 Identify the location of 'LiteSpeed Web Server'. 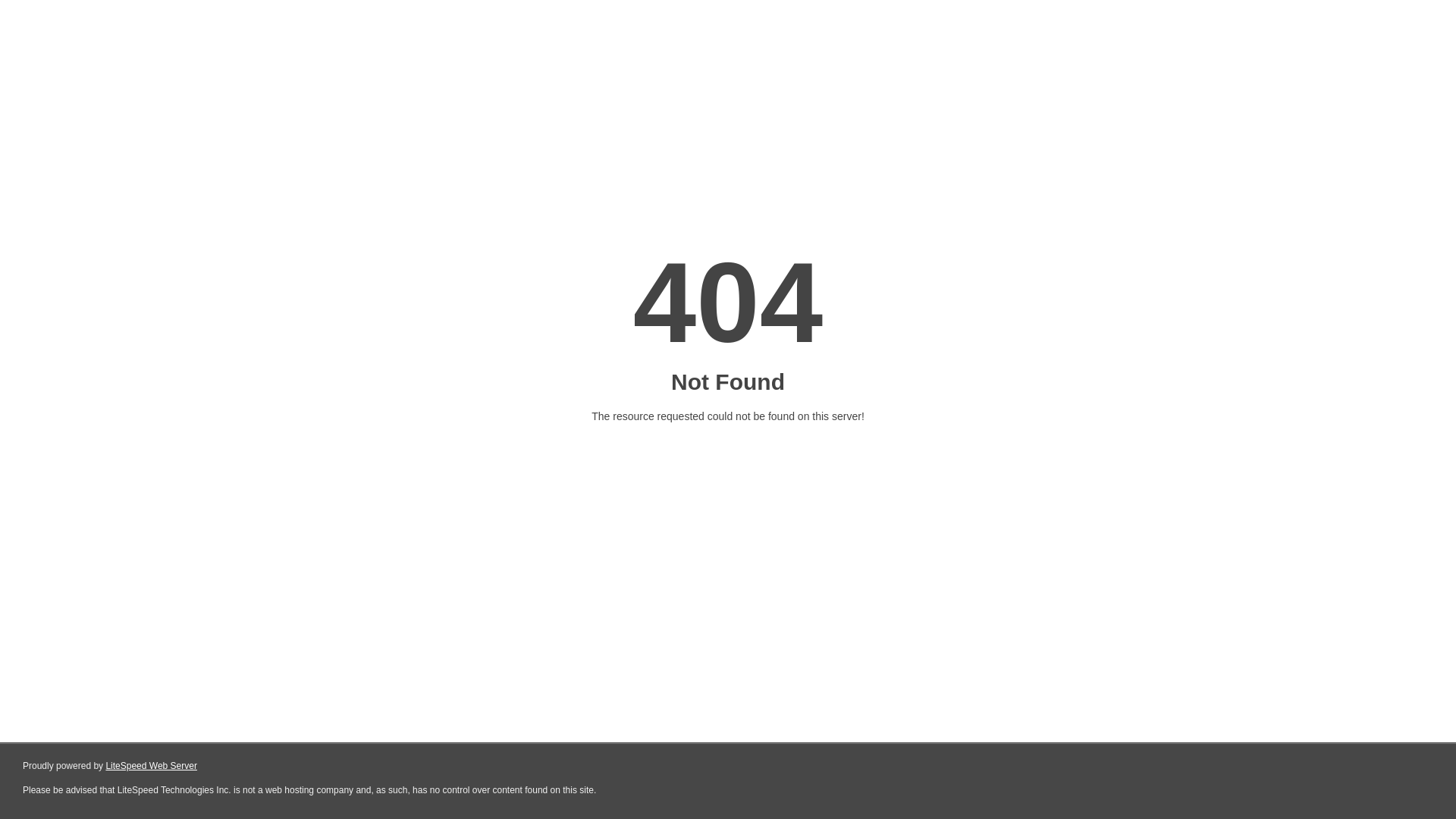
(151, 766).